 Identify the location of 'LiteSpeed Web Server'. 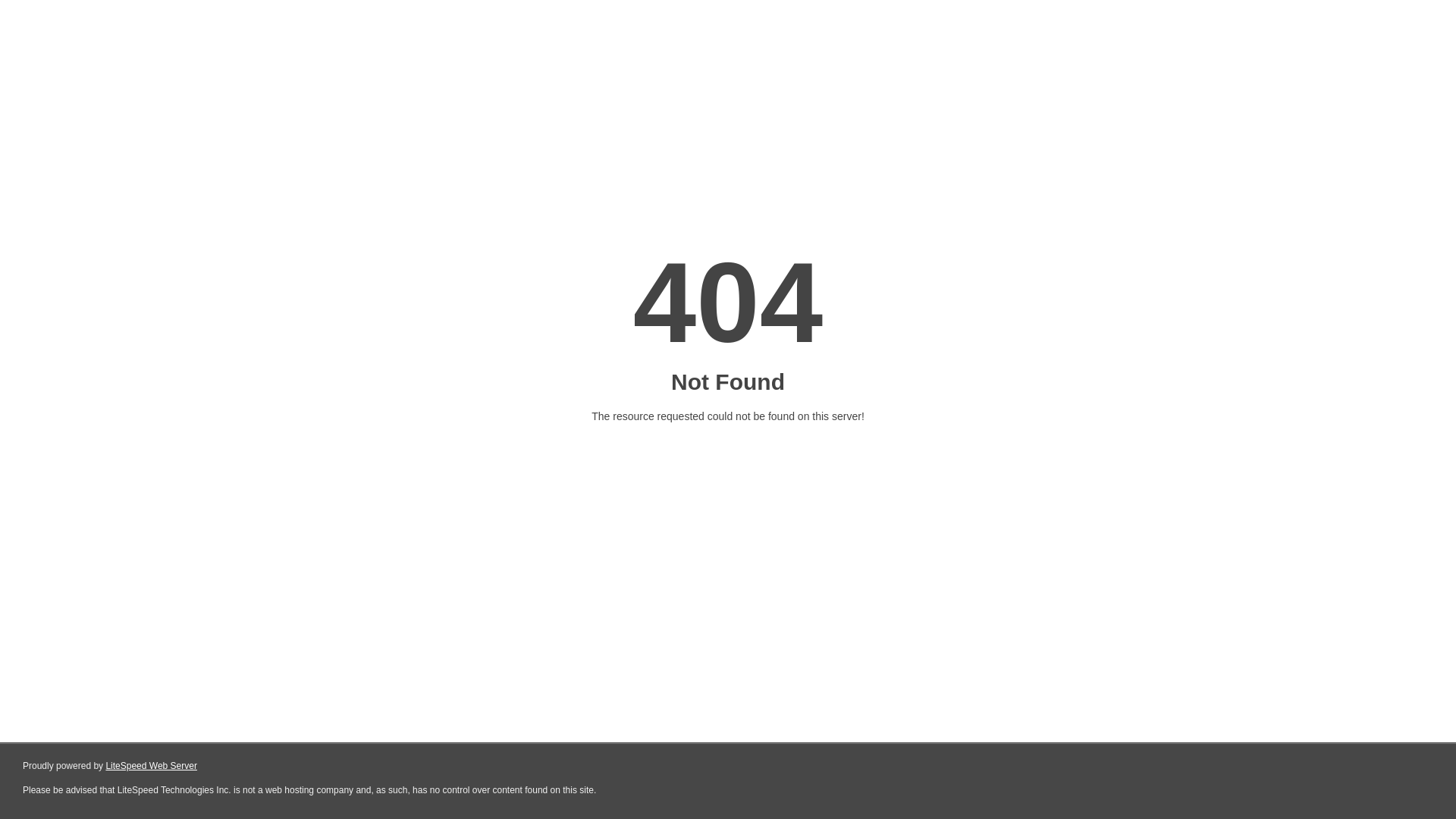
(151, 766).